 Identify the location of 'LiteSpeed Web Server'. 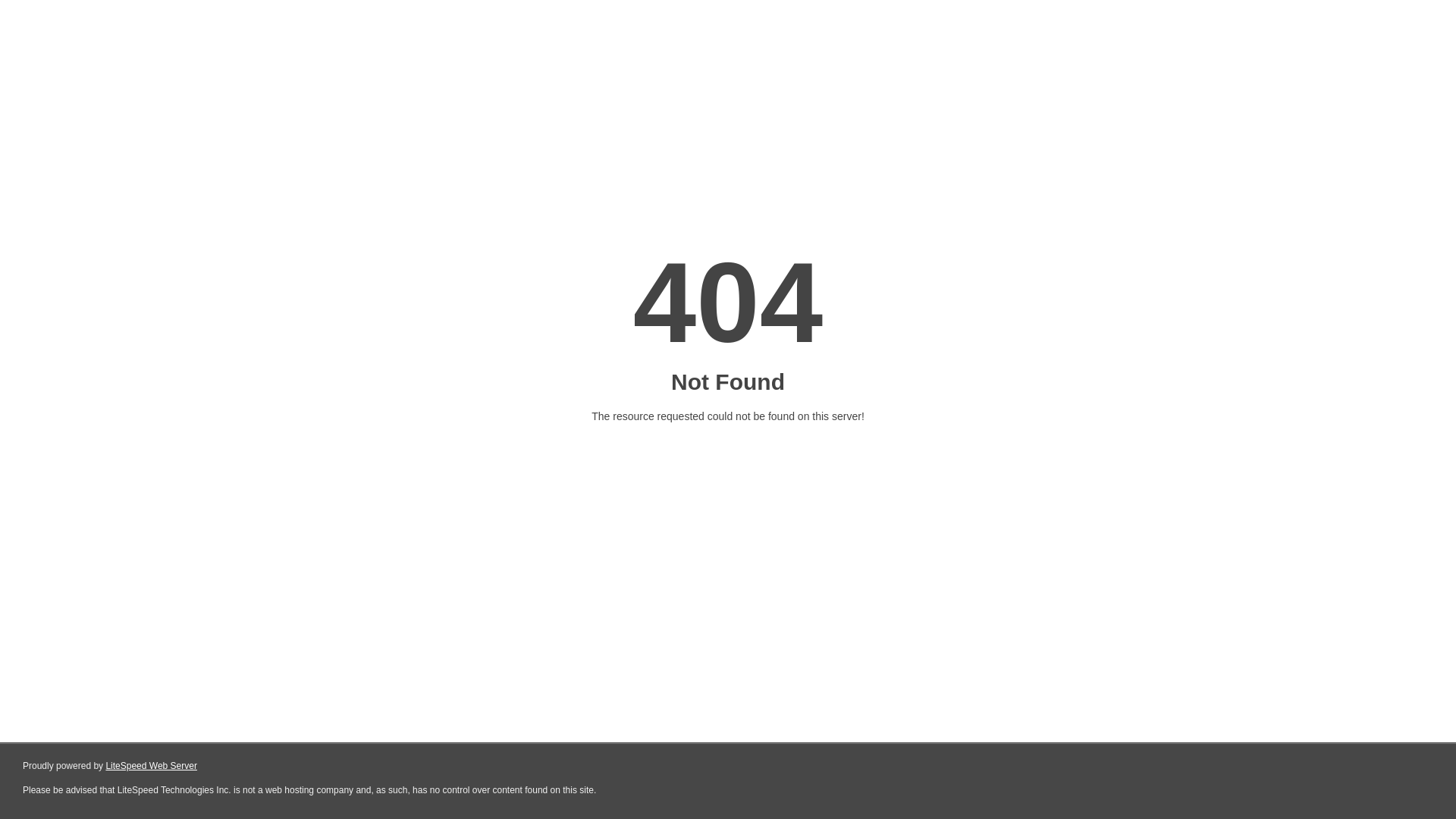
(151, 766).